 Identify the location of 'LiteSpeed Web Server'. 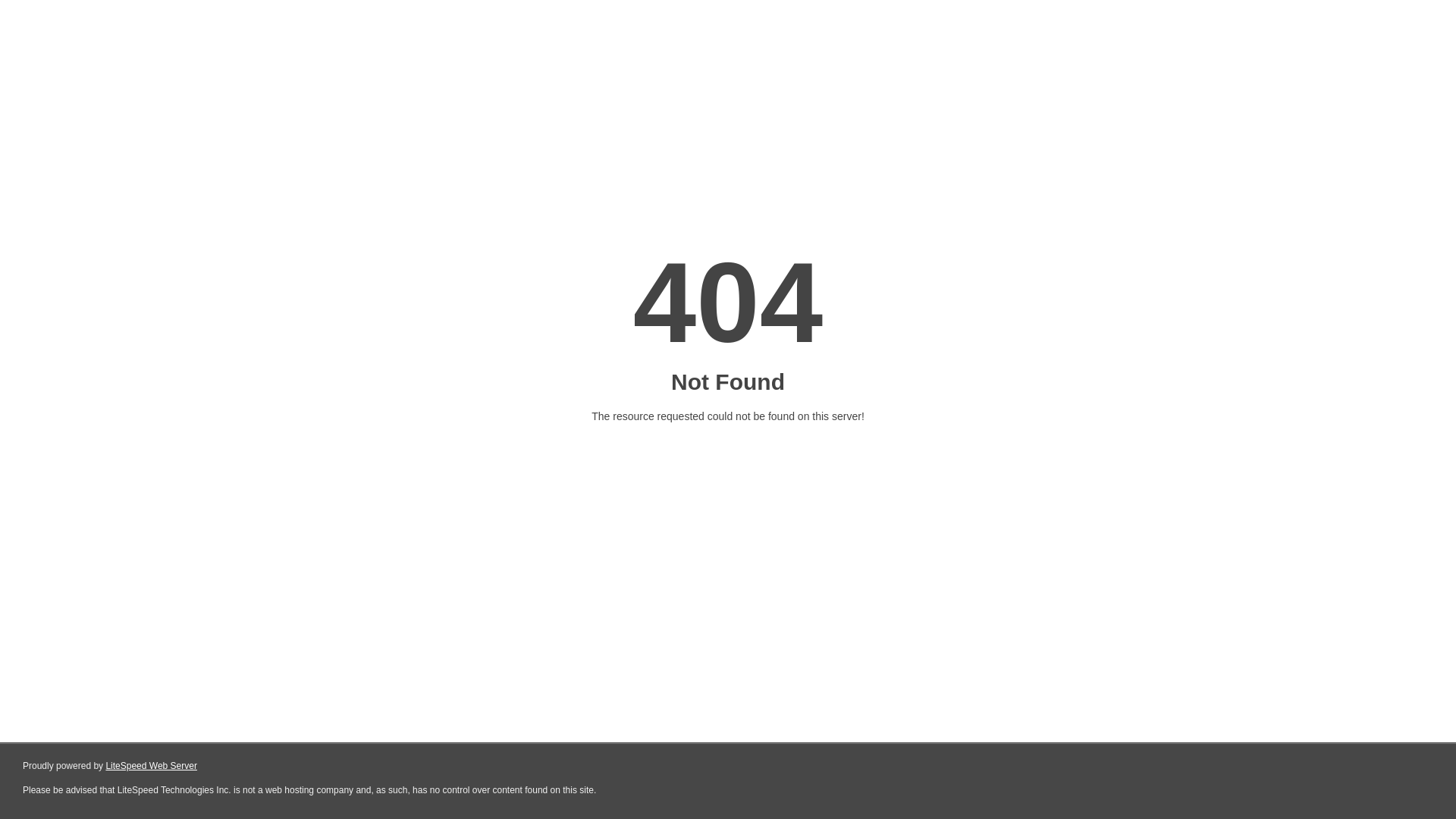
(151, 766).